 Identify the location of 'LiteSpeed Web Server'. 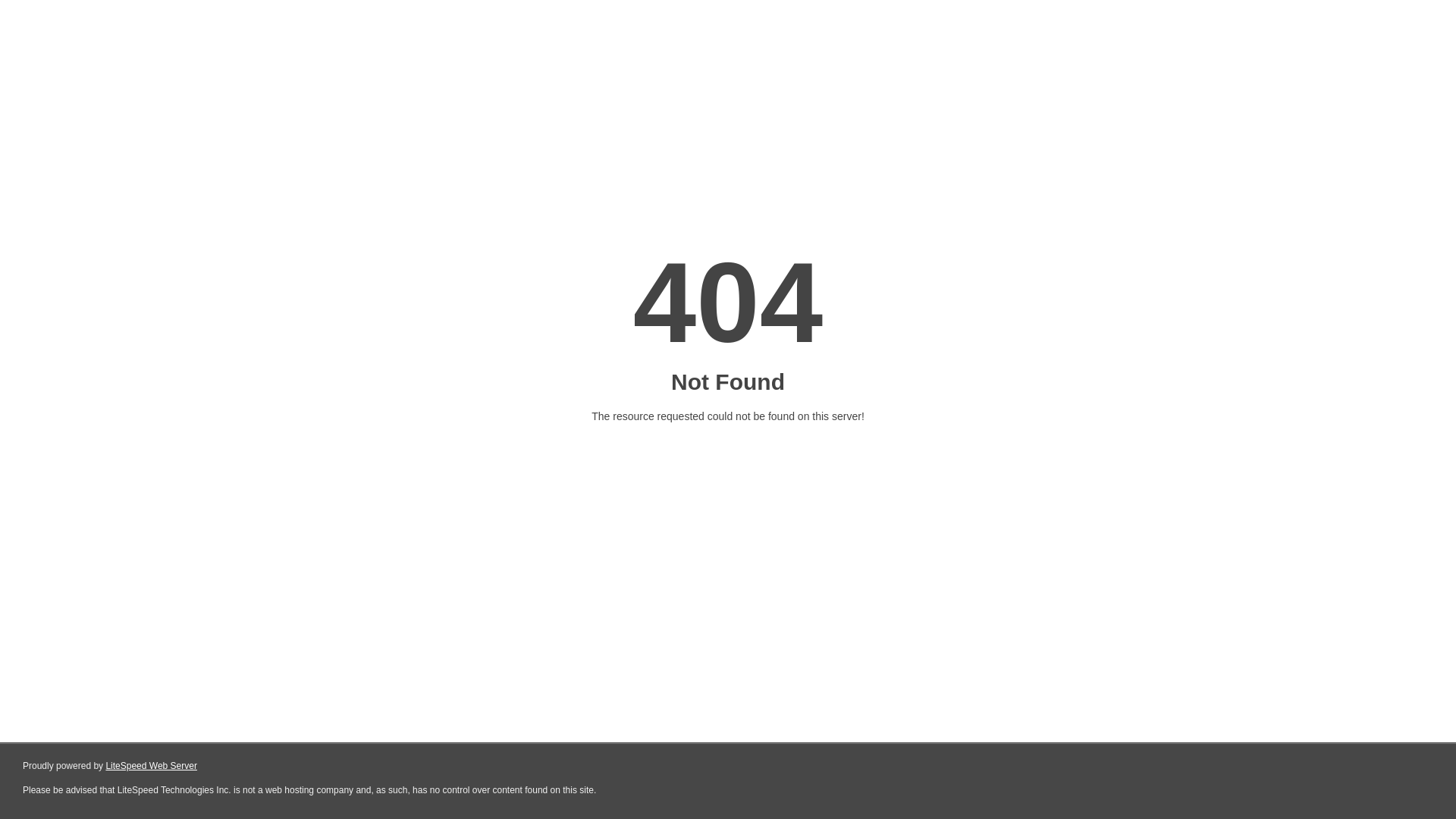
(151, 766).